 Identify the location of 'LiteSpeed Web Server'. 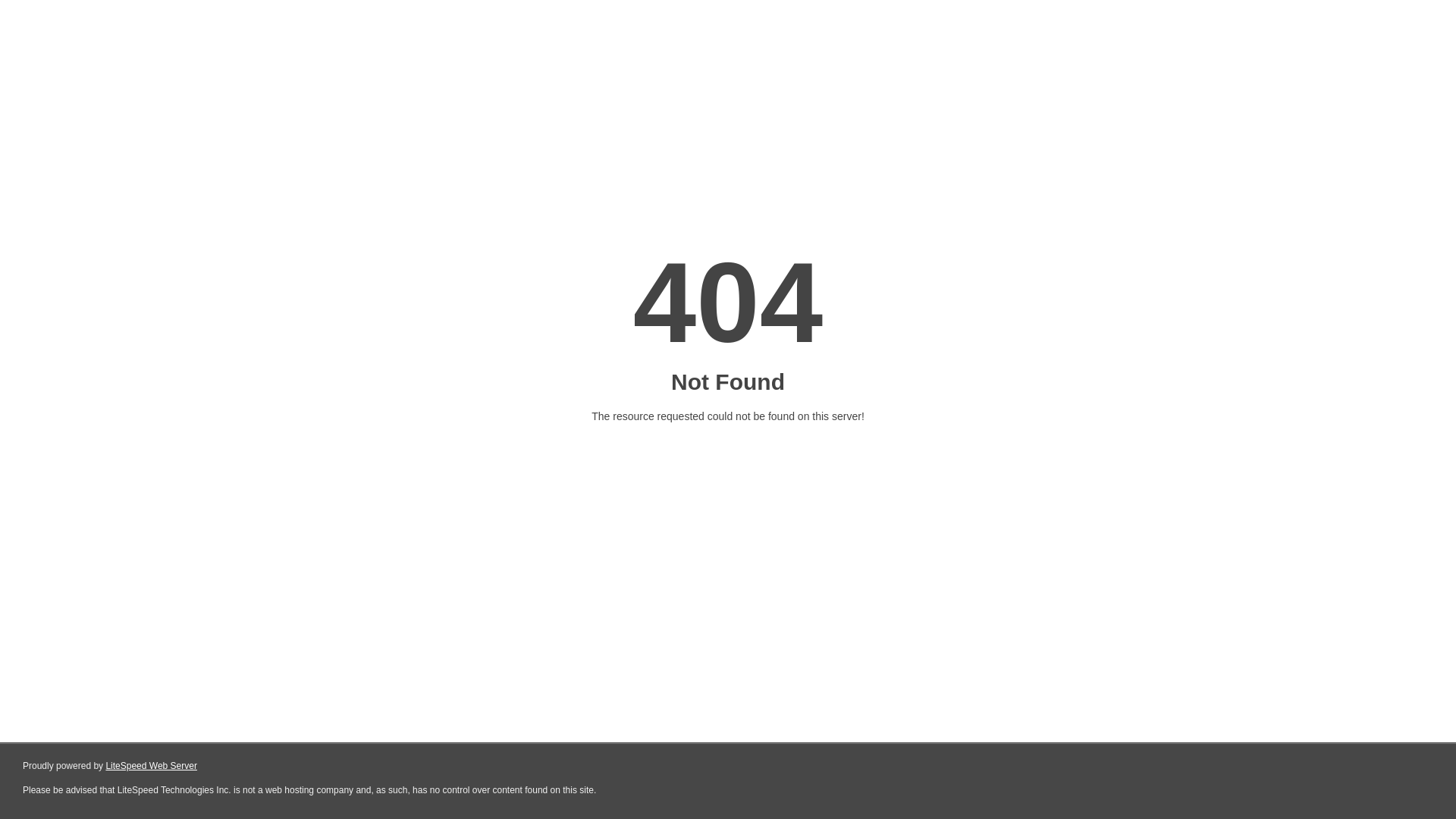
(151, 766).